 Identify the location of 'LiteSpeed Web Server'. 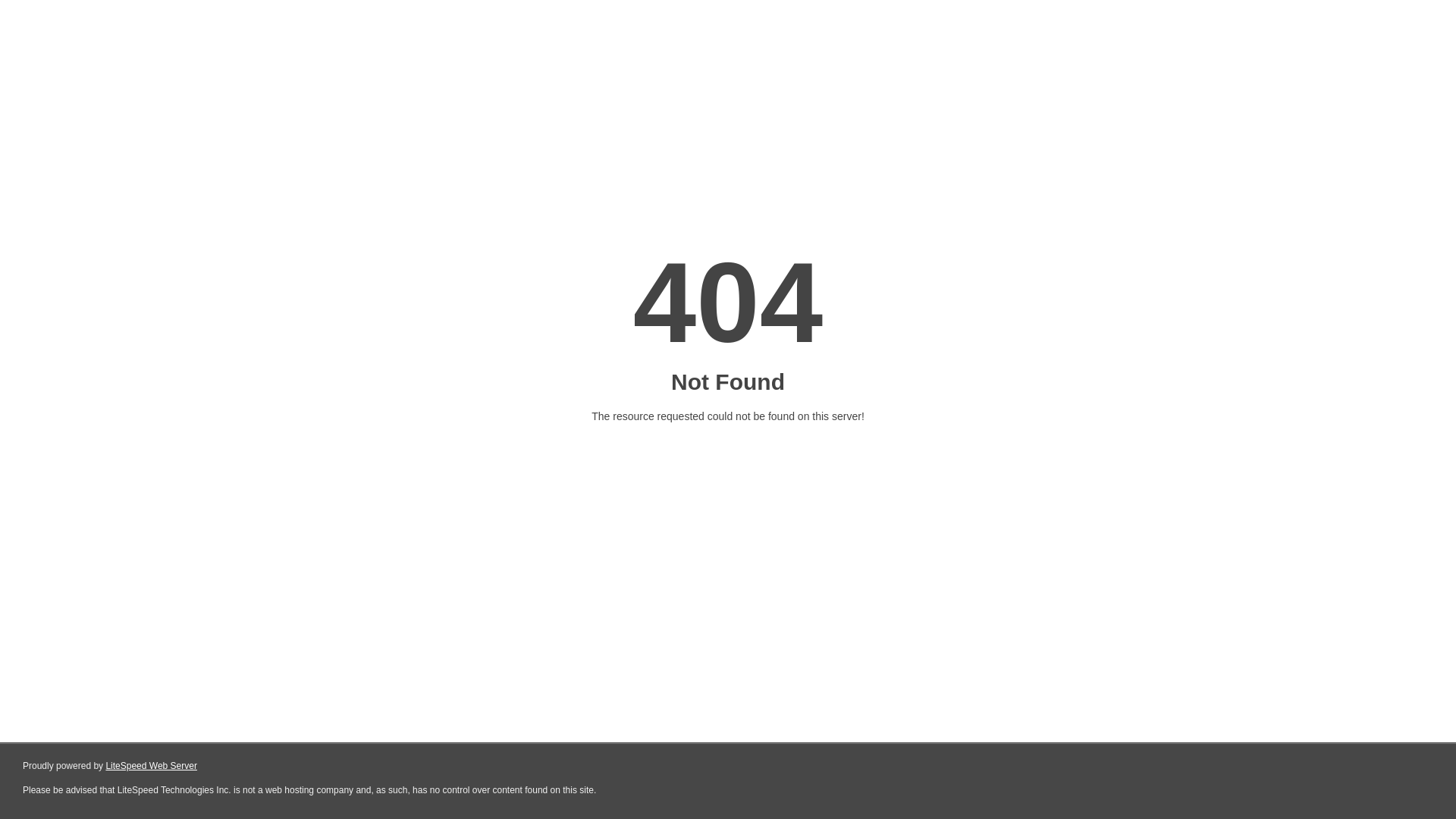
(151, 766).